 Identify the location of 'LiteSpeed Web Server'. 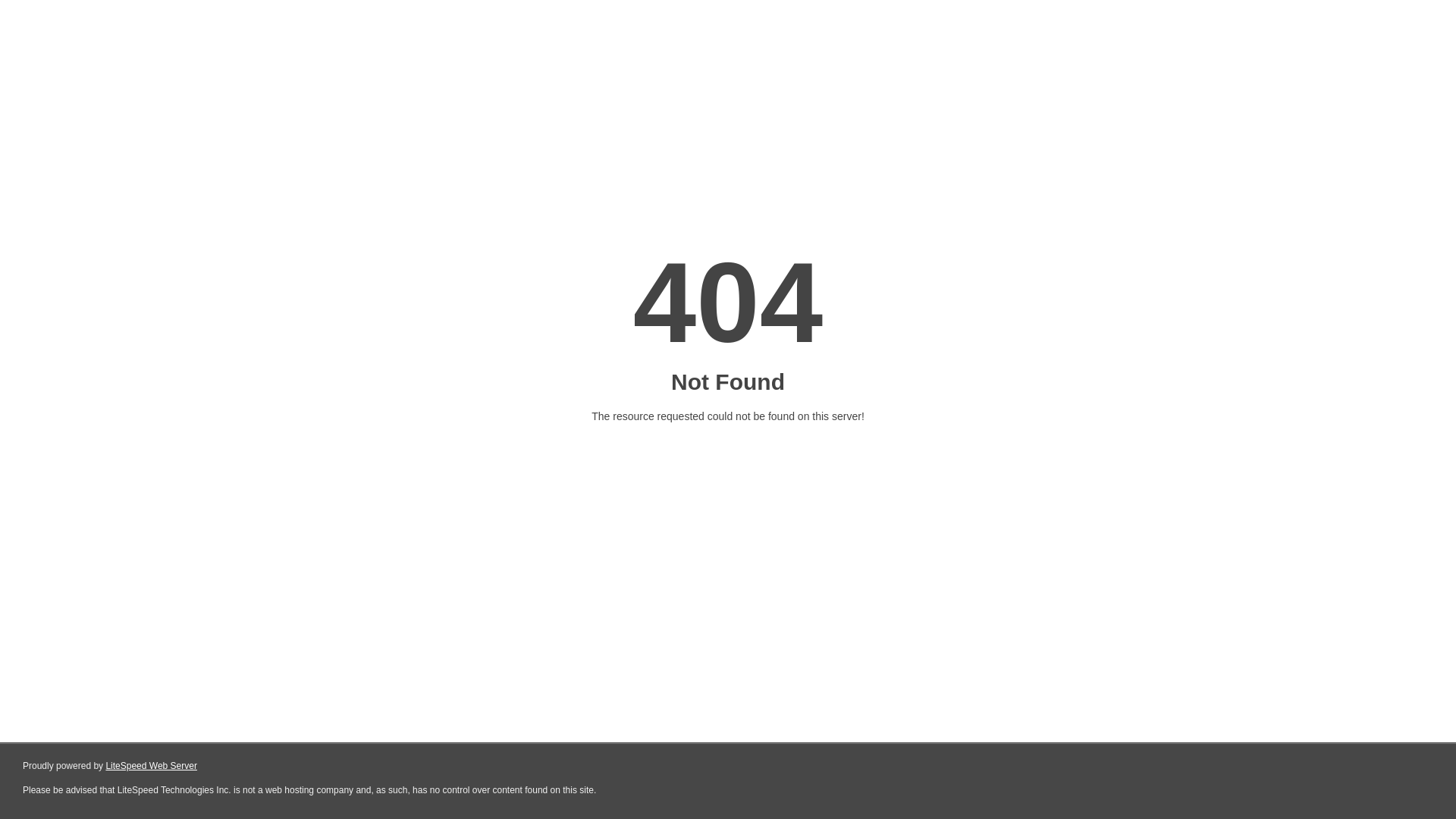
(151, 766).